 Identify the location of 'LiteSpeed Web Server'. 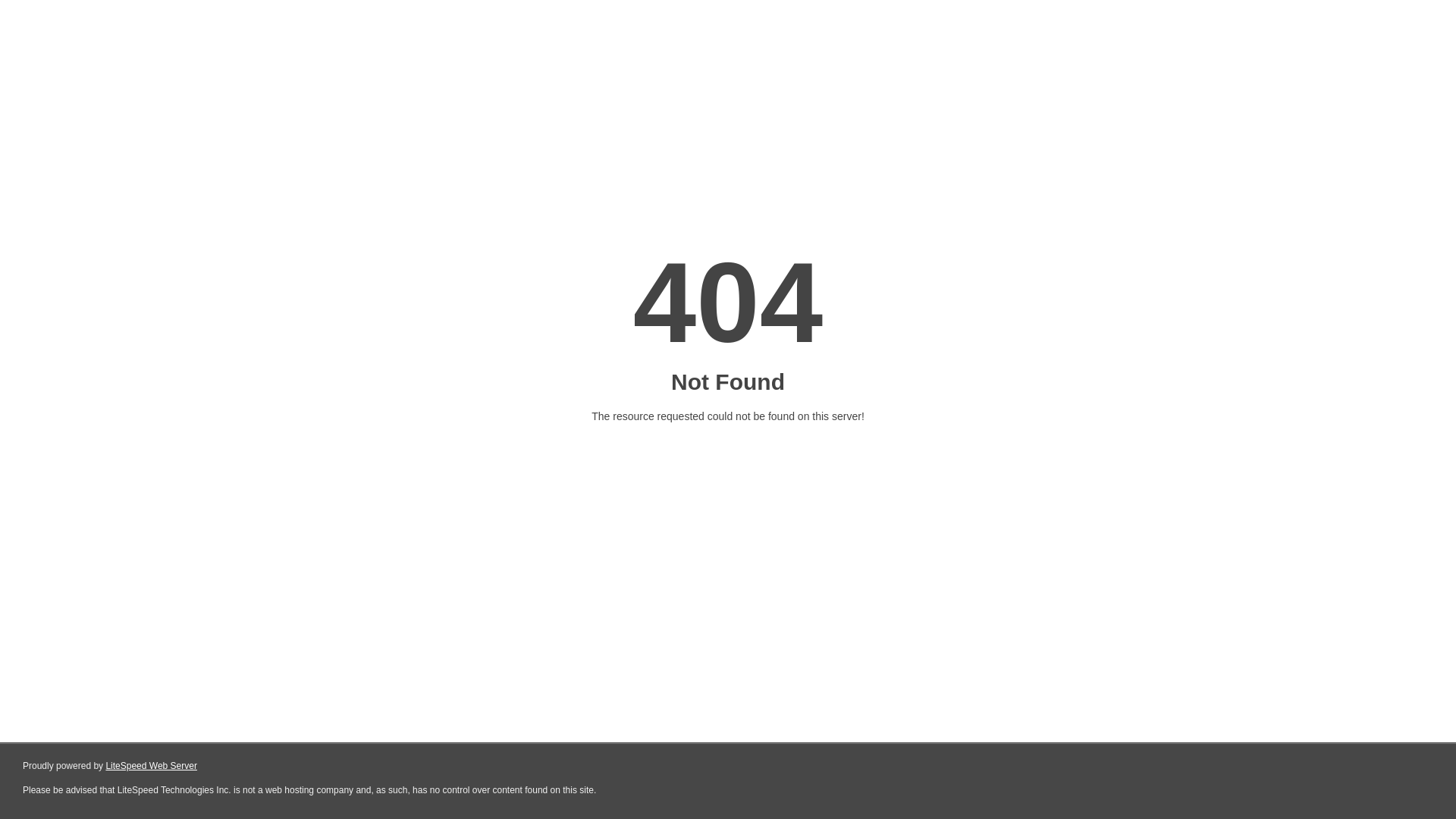
(151, 766).